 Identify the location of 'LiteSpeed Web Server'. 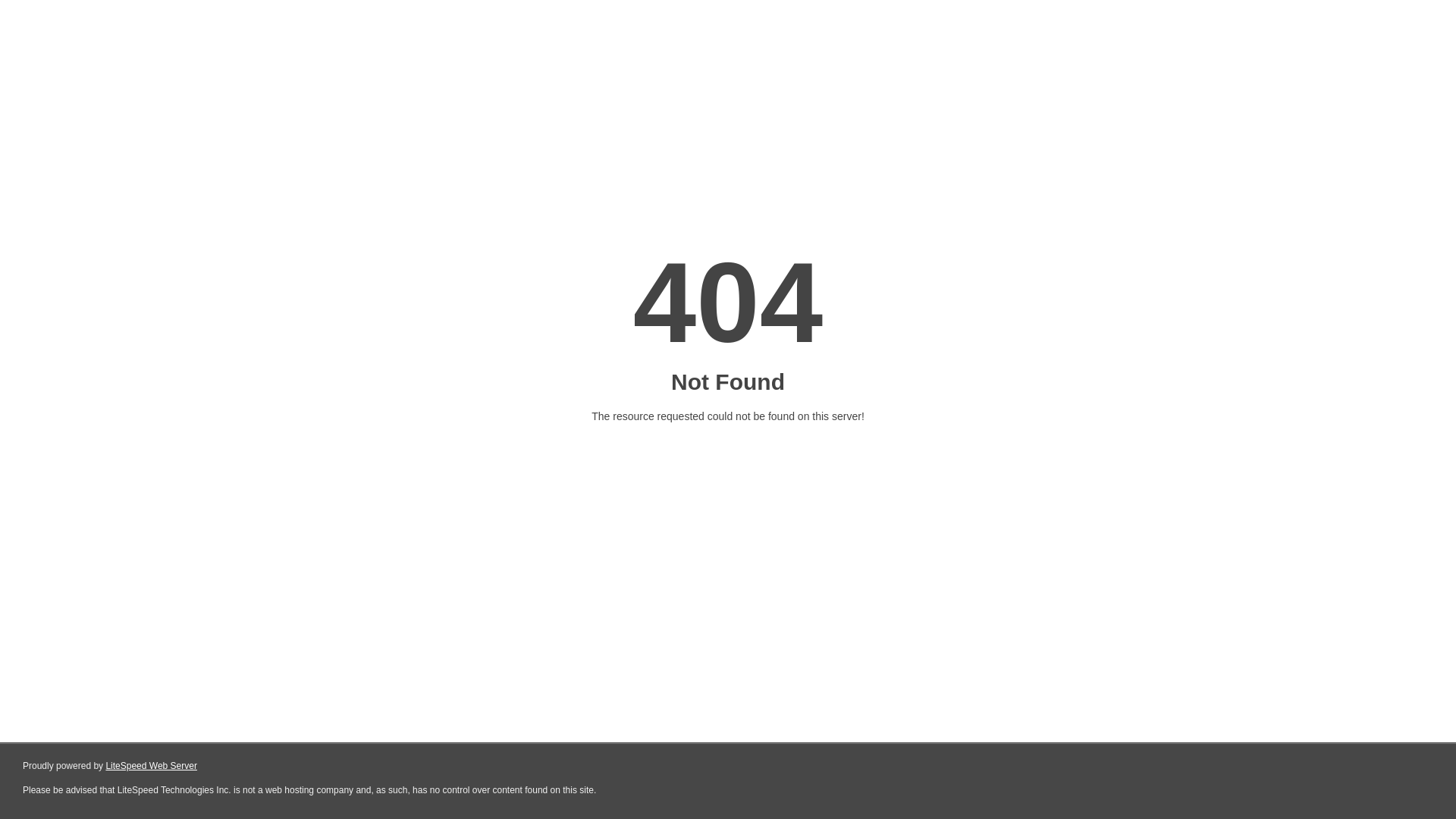
(151, 766).